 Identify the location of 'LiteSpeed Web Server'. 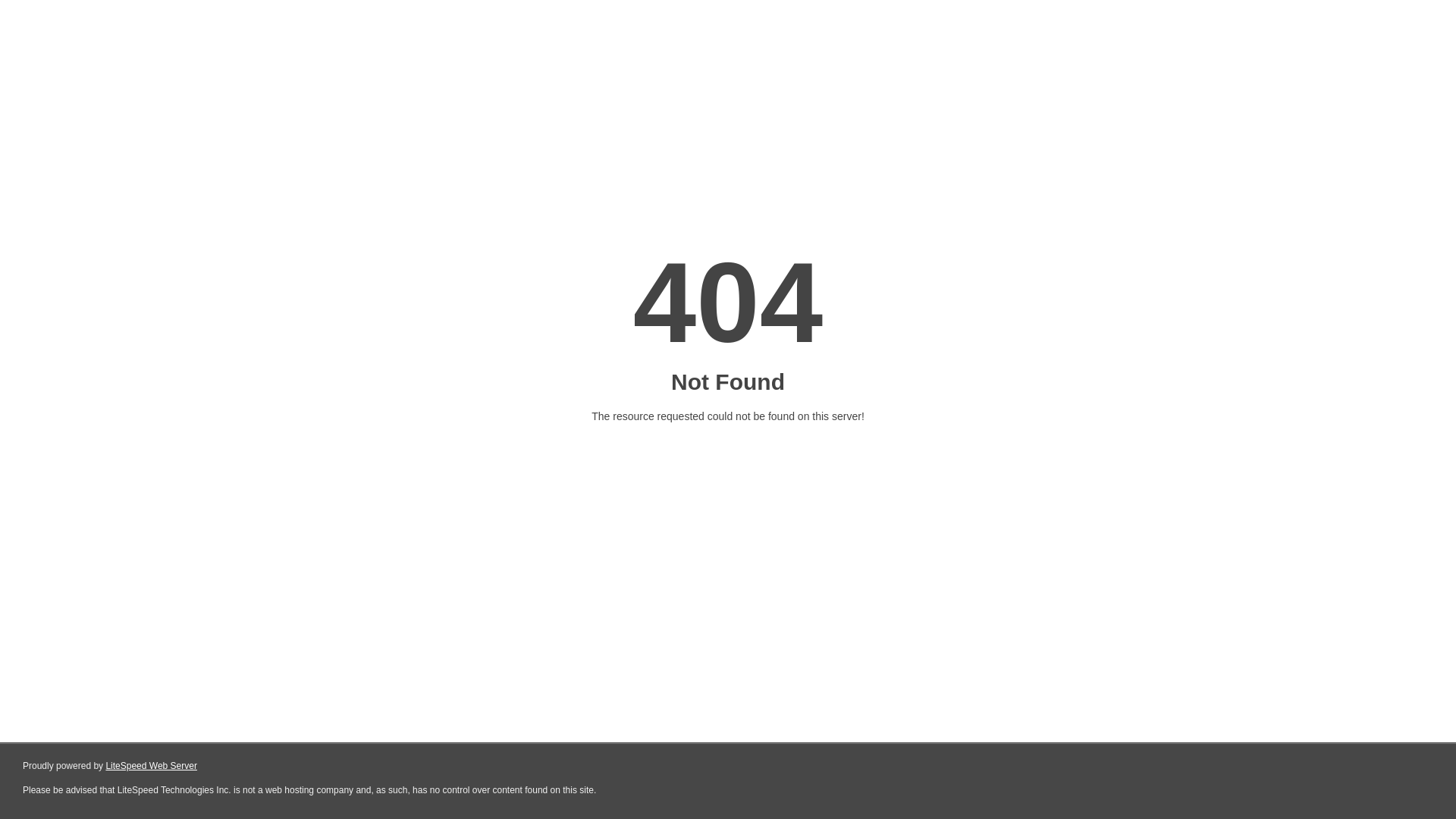
(151, 766).